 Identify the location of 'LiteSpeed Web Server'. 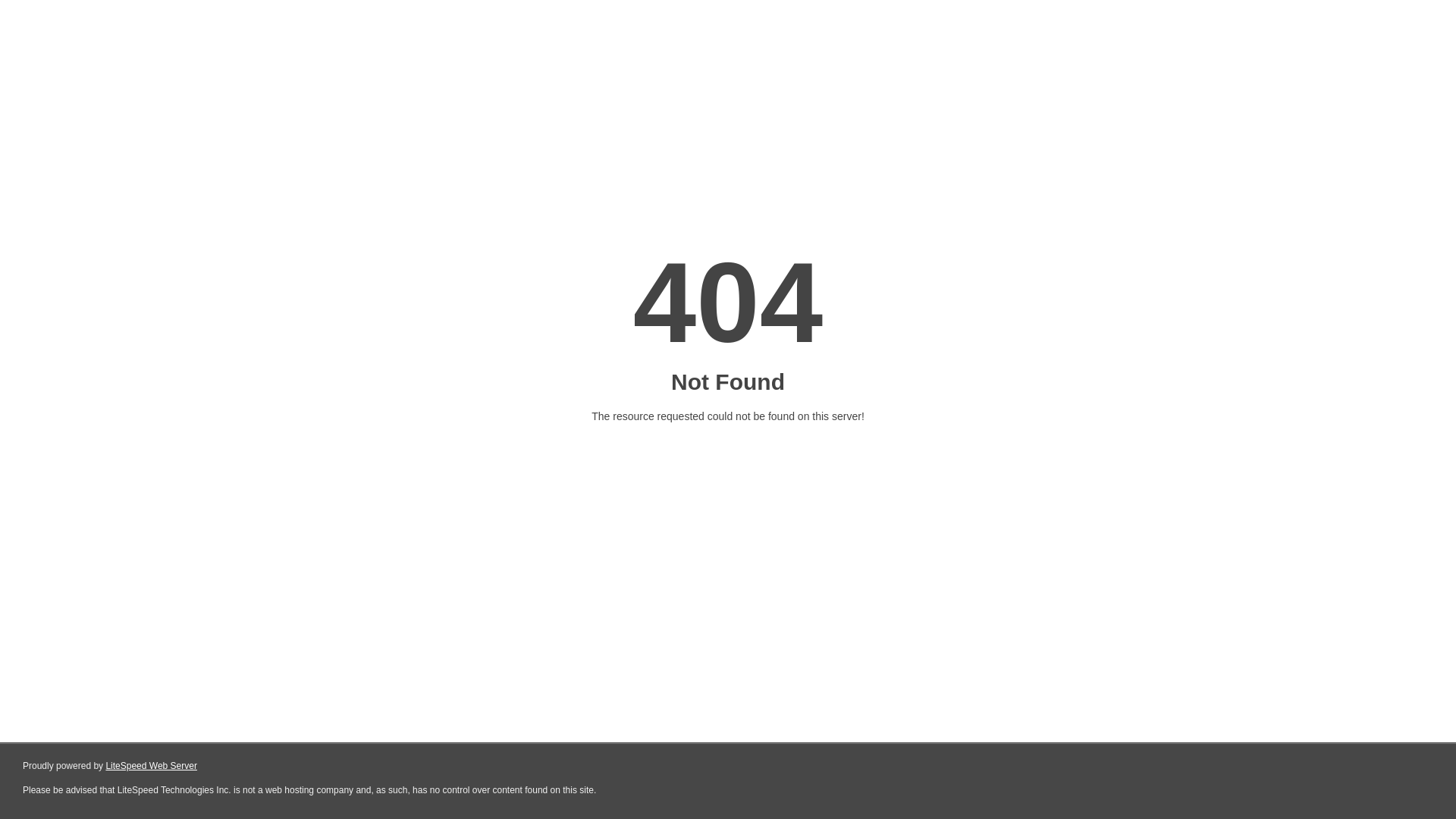
(151, 766).